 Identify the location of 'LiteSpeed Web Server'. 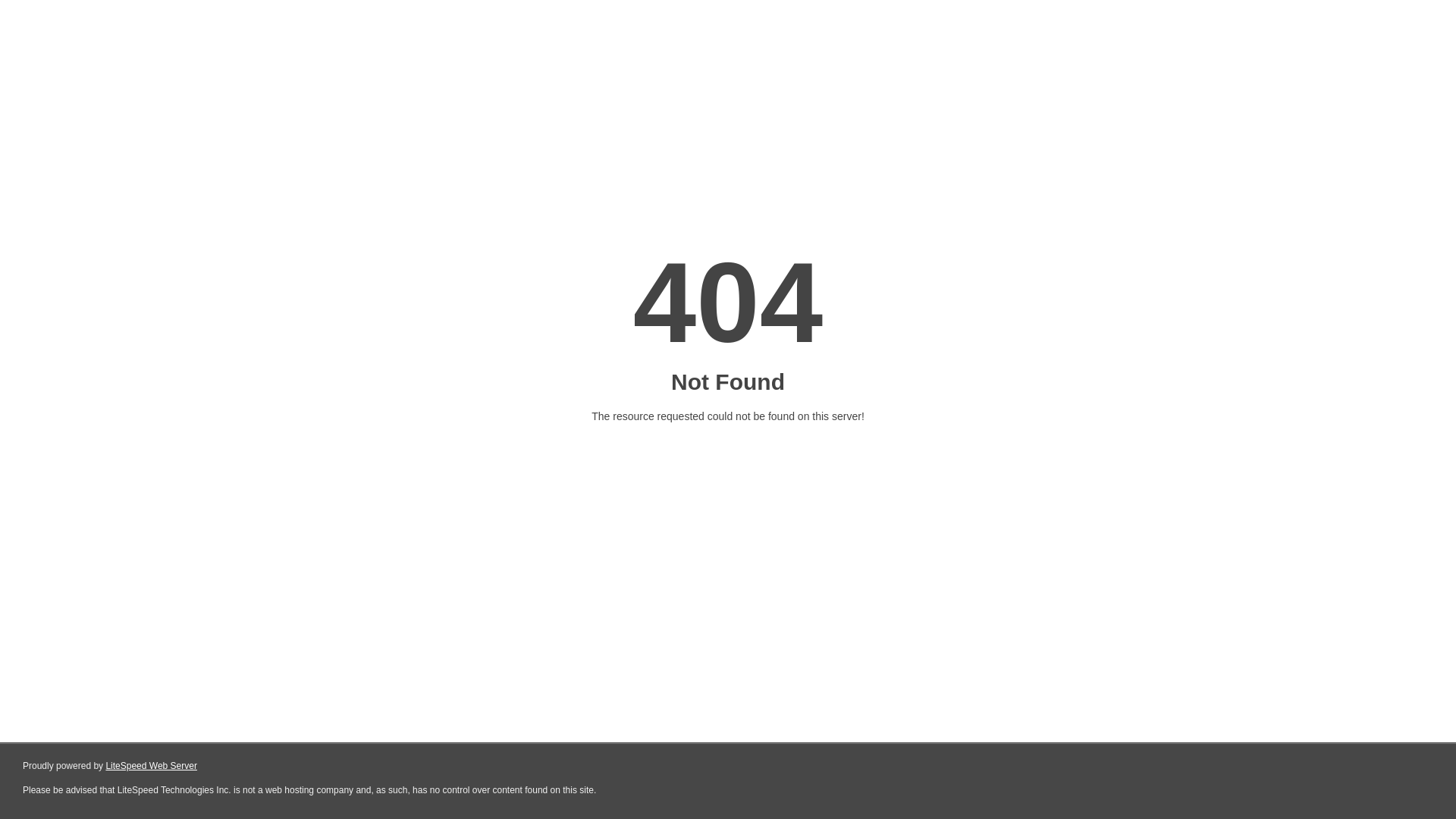
(151, 766).